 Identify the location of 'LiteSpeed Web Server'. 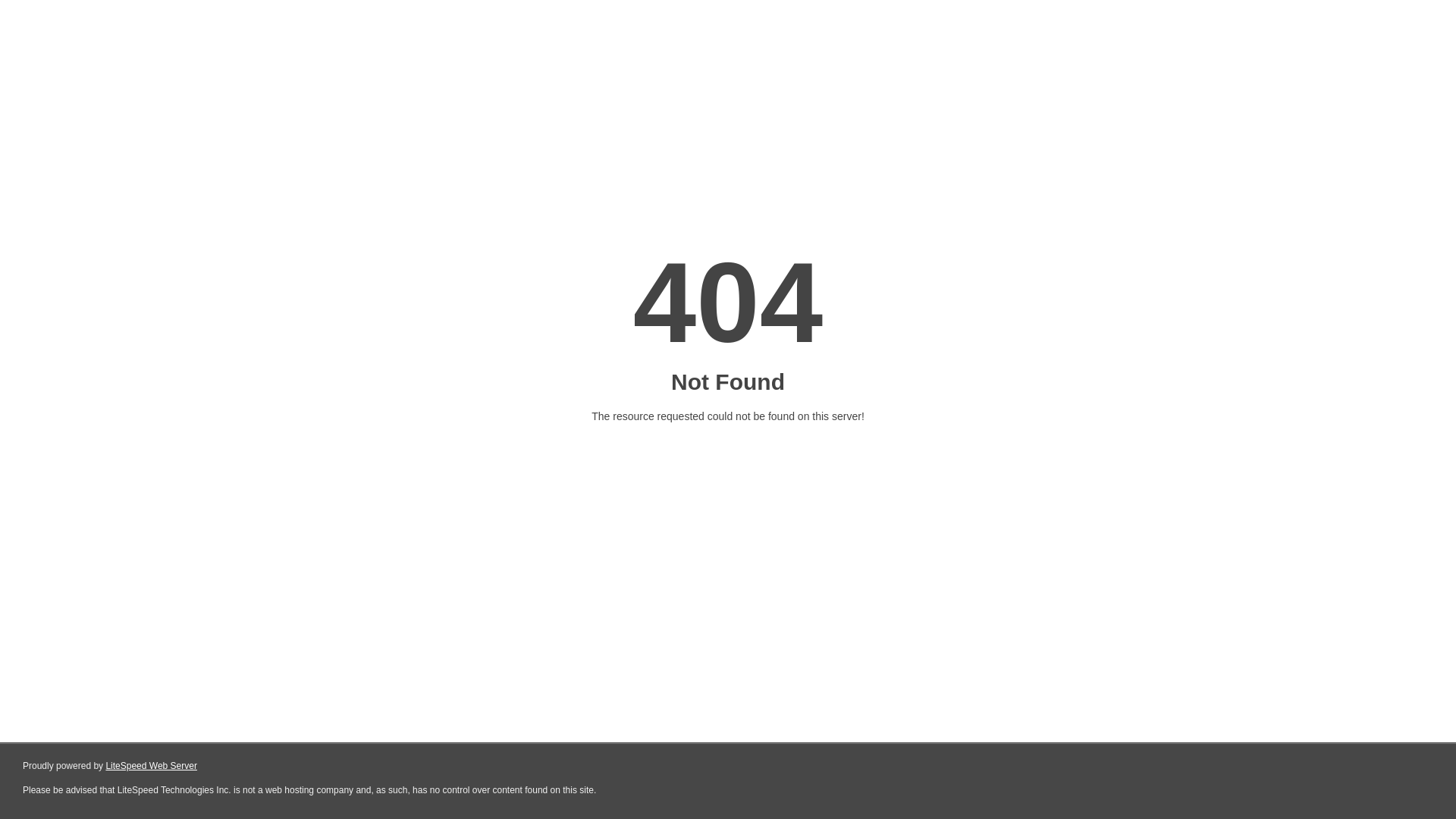
(151, 766).